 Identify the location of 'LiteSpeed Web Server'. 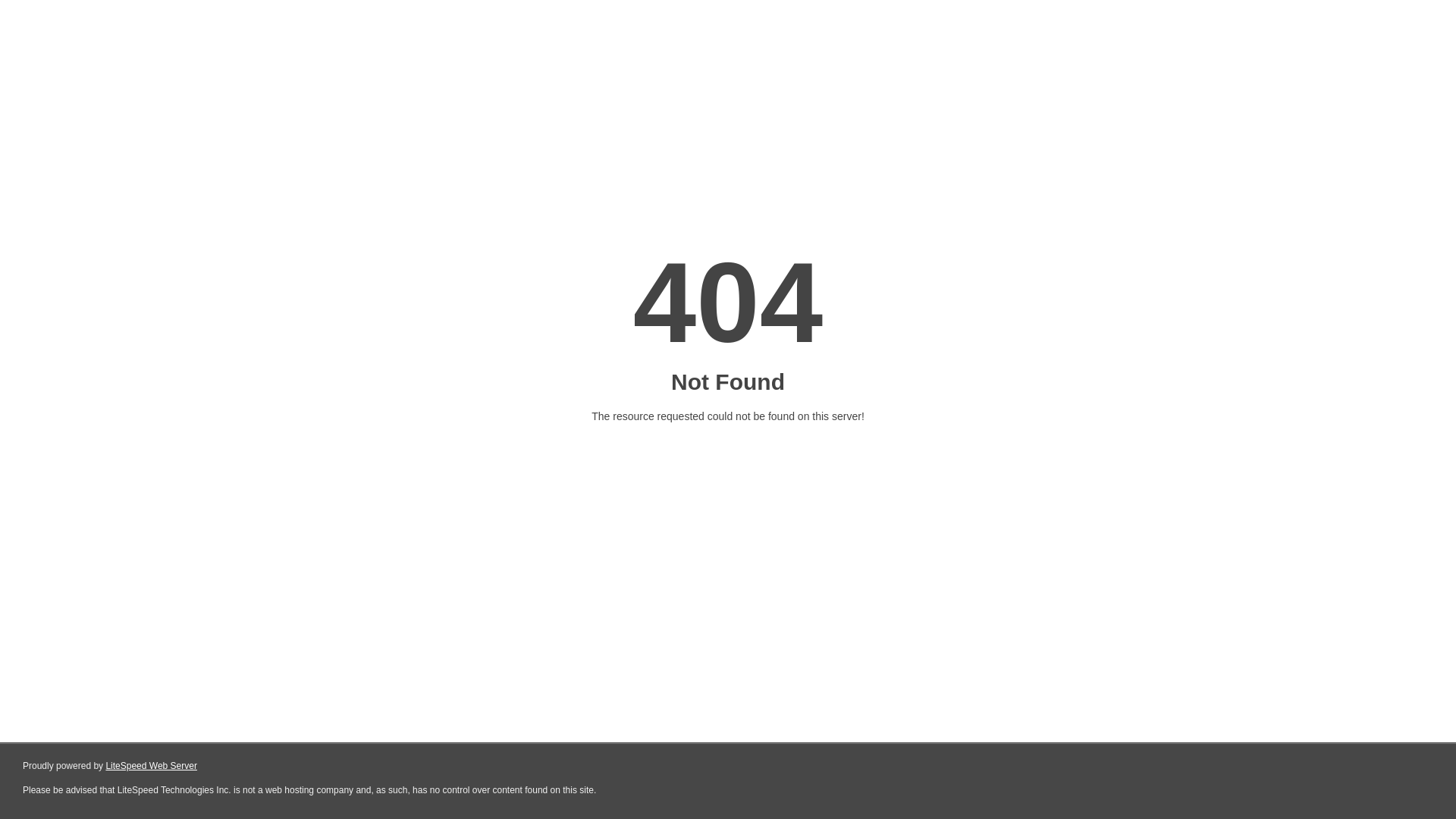
(151, 766).